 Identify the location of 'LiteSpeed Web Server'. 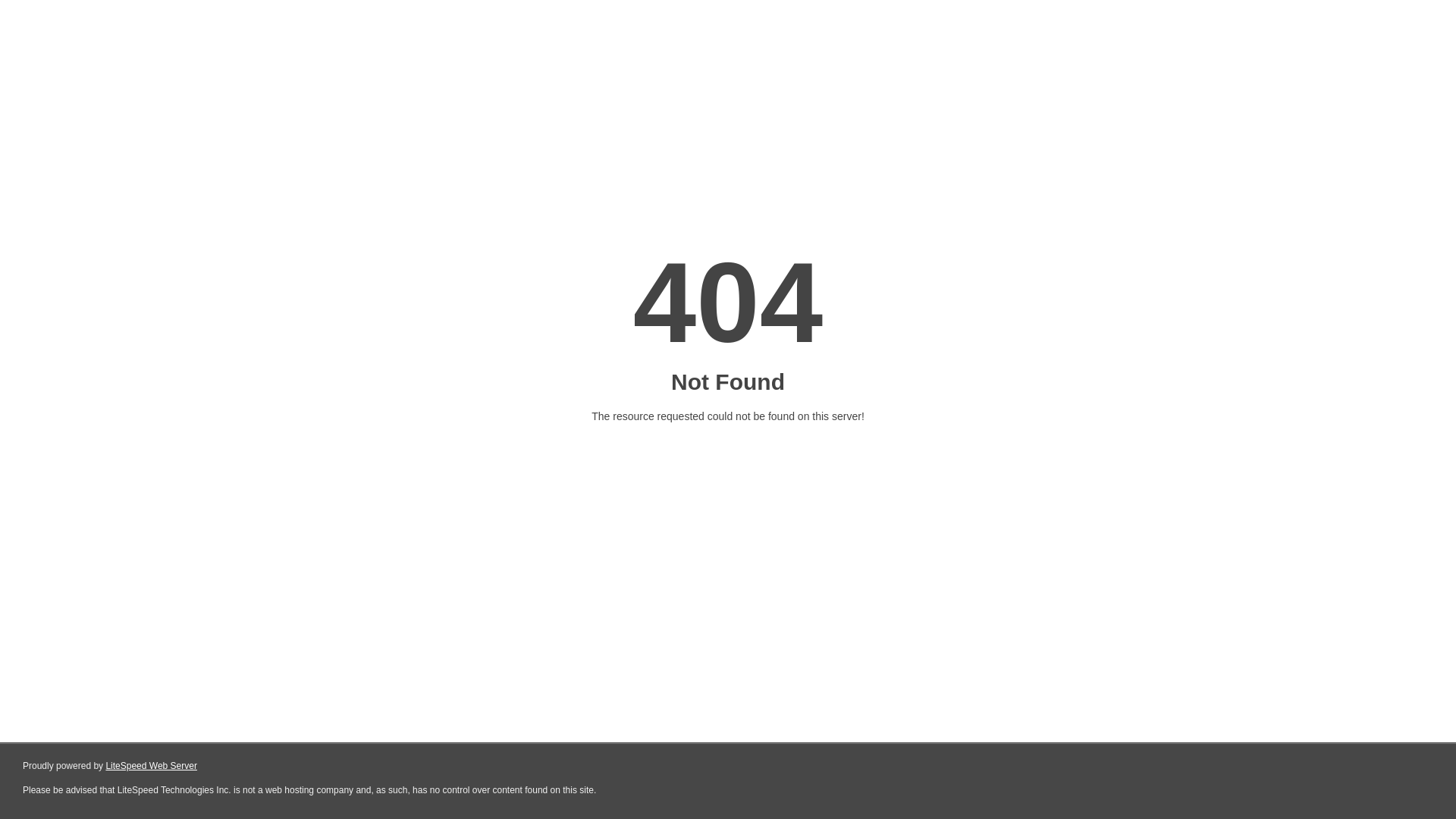
(151, 766).